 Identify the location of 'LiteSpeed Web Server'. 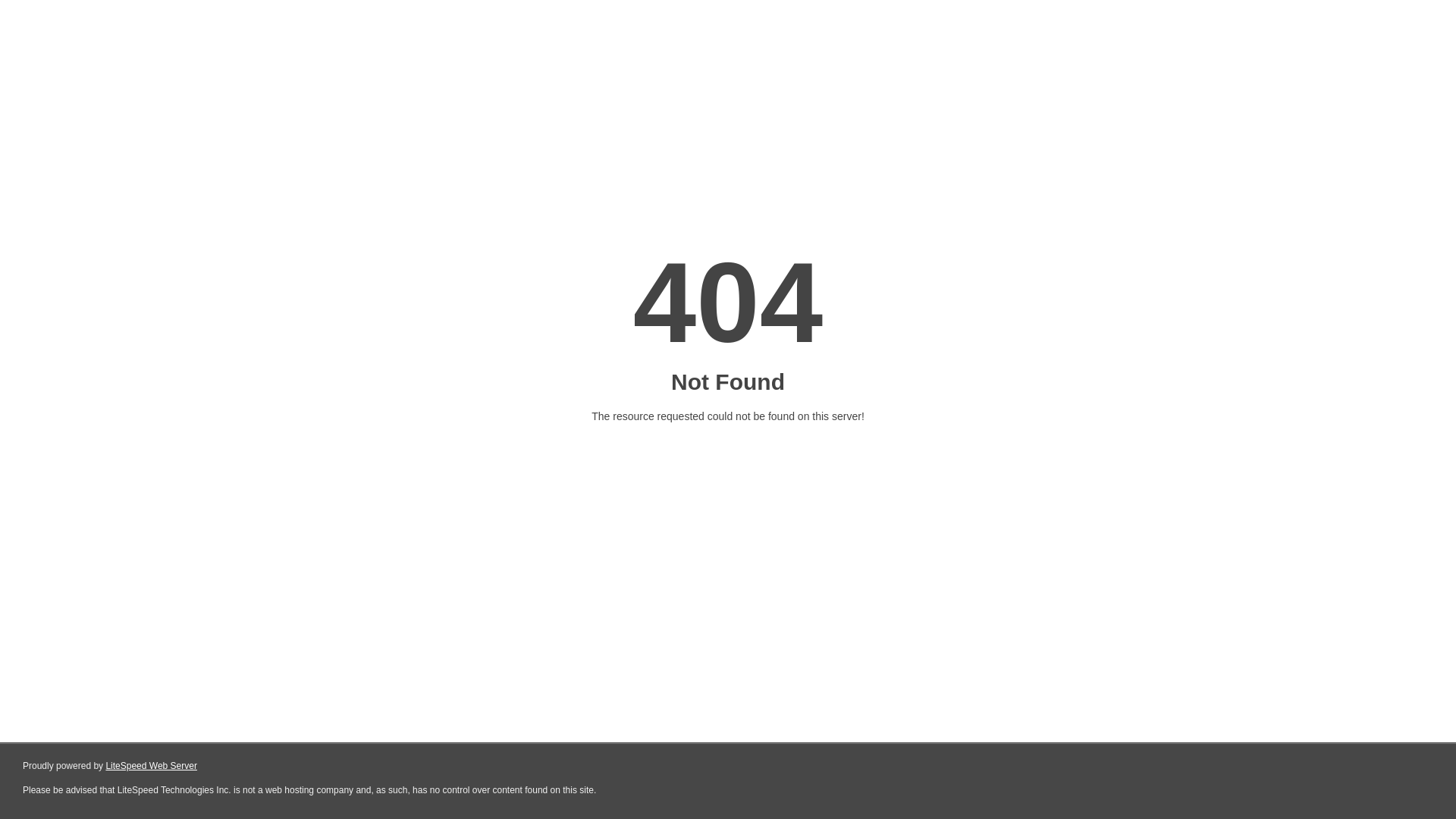
(151, 766).